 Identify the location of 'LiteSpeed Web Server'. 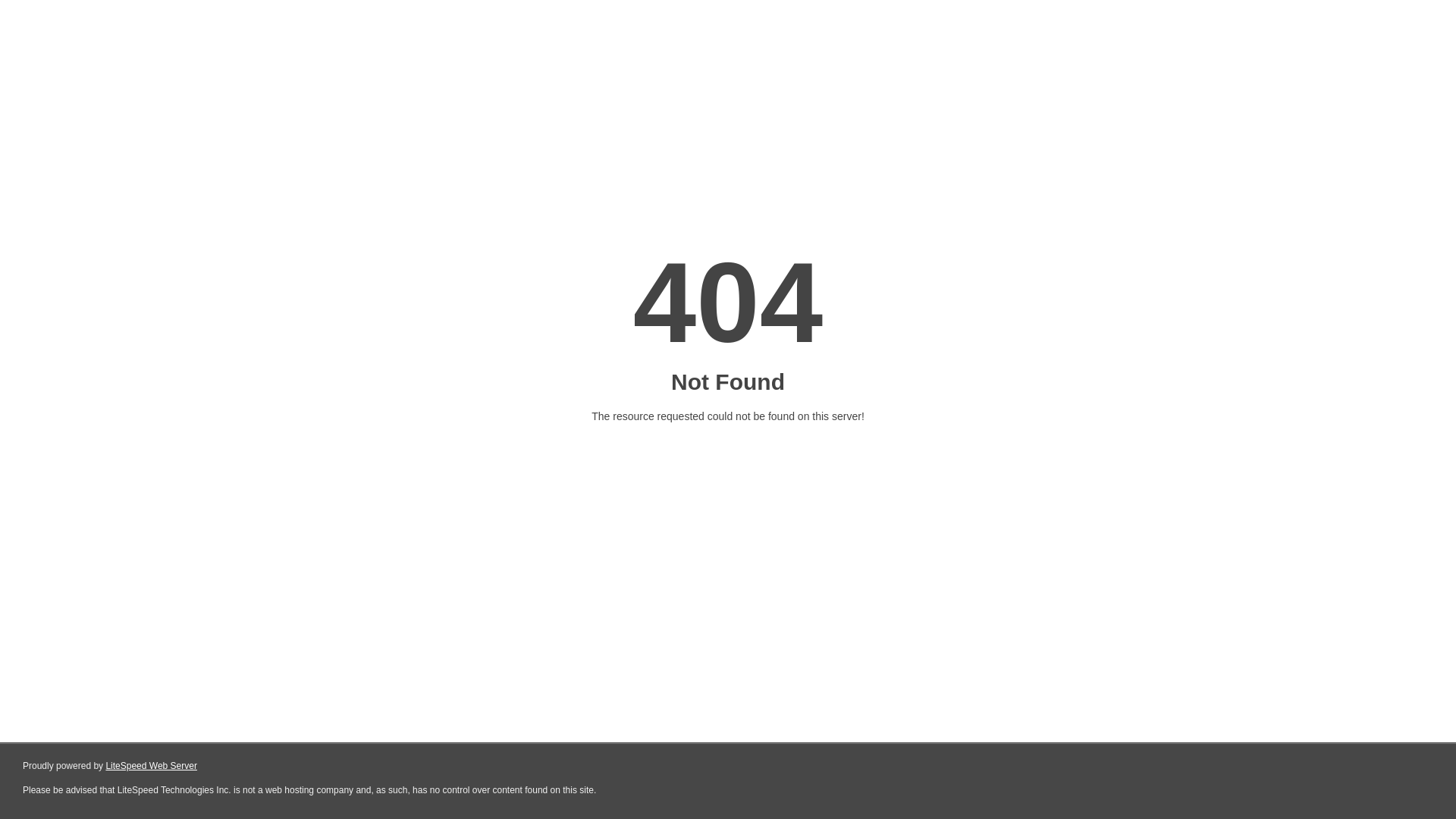
(151, 766).